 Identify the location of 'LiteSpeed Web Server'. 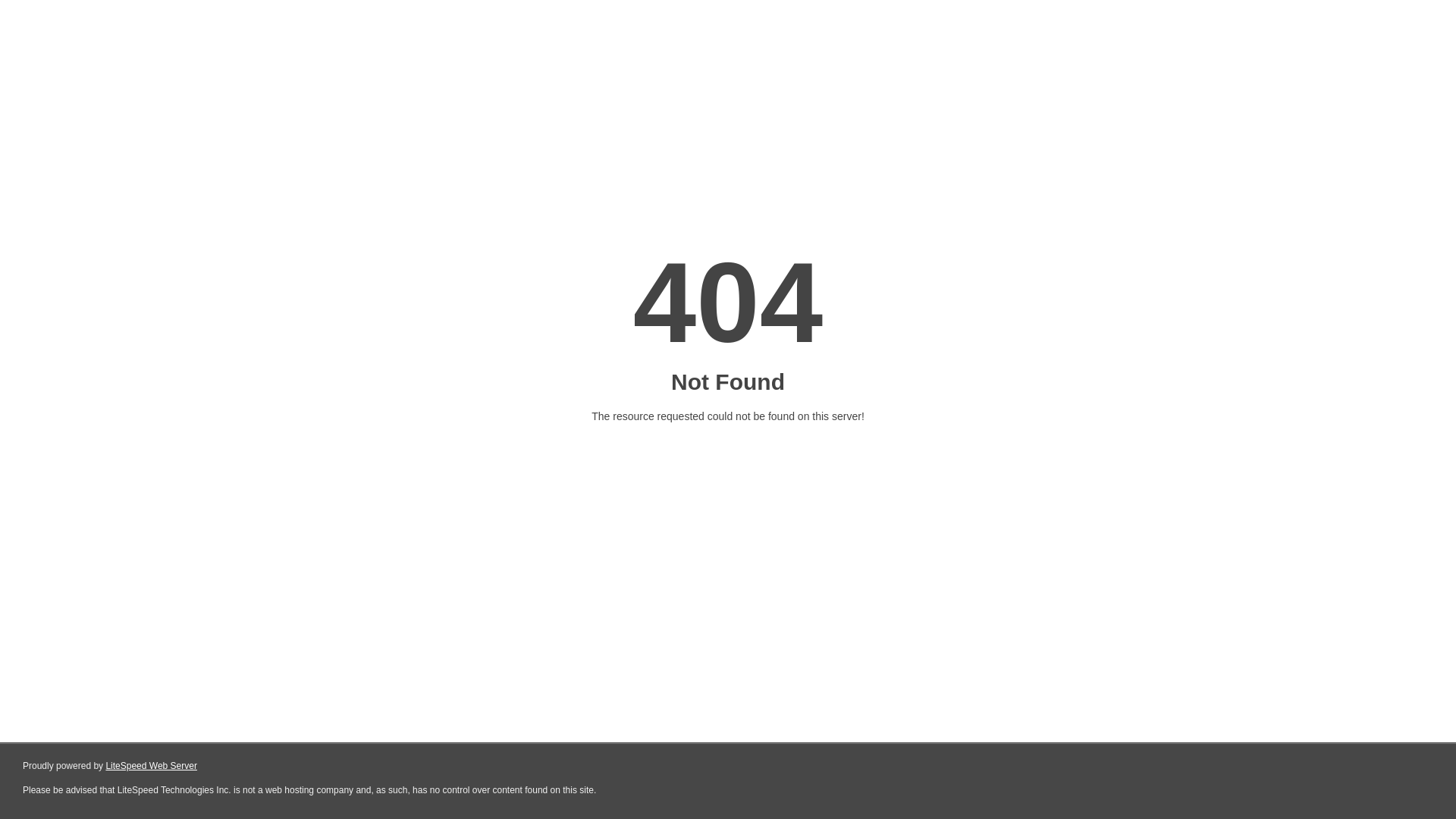
(151, 766).